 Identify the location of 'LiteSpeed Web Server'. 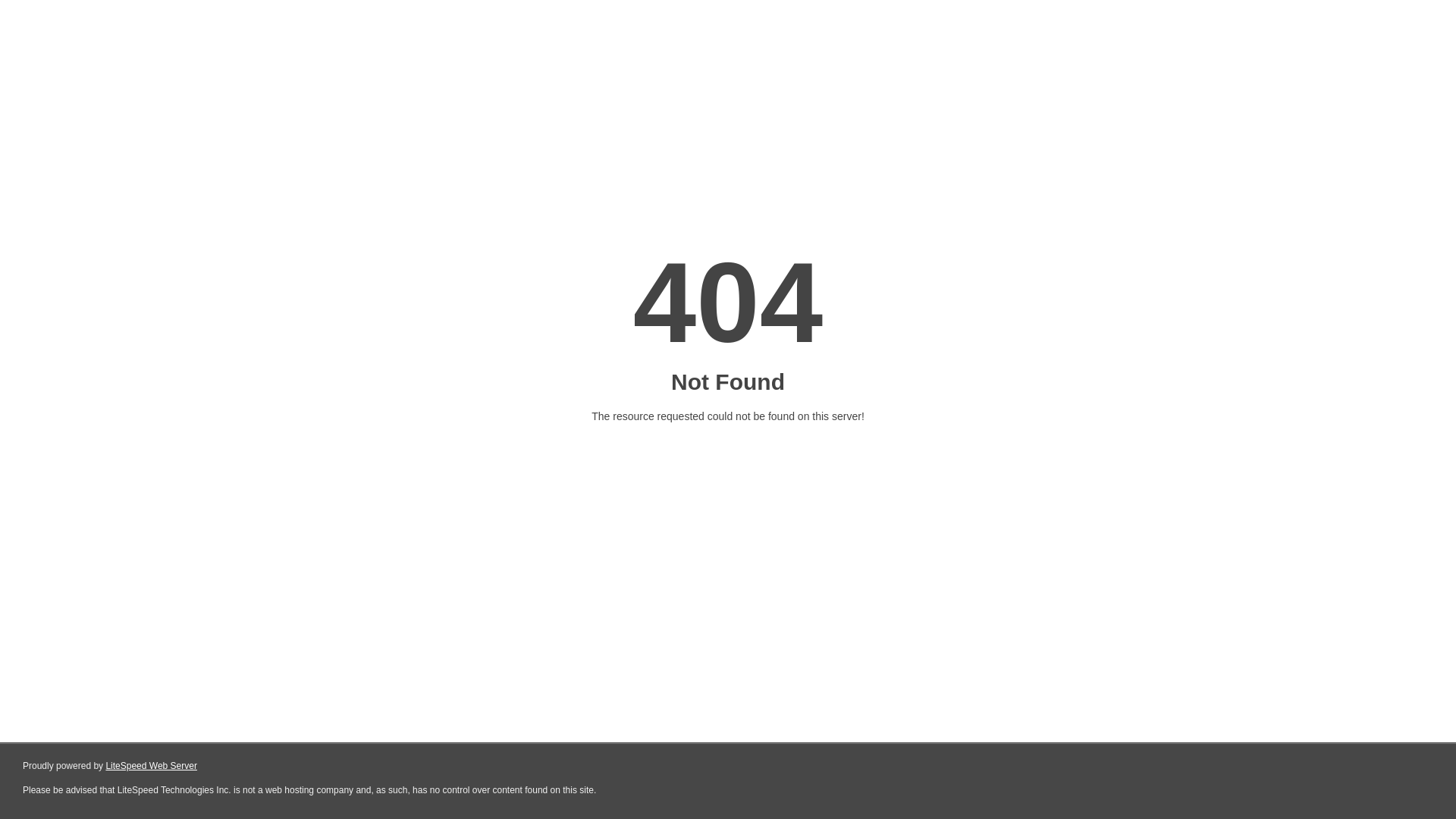
(151, 766).